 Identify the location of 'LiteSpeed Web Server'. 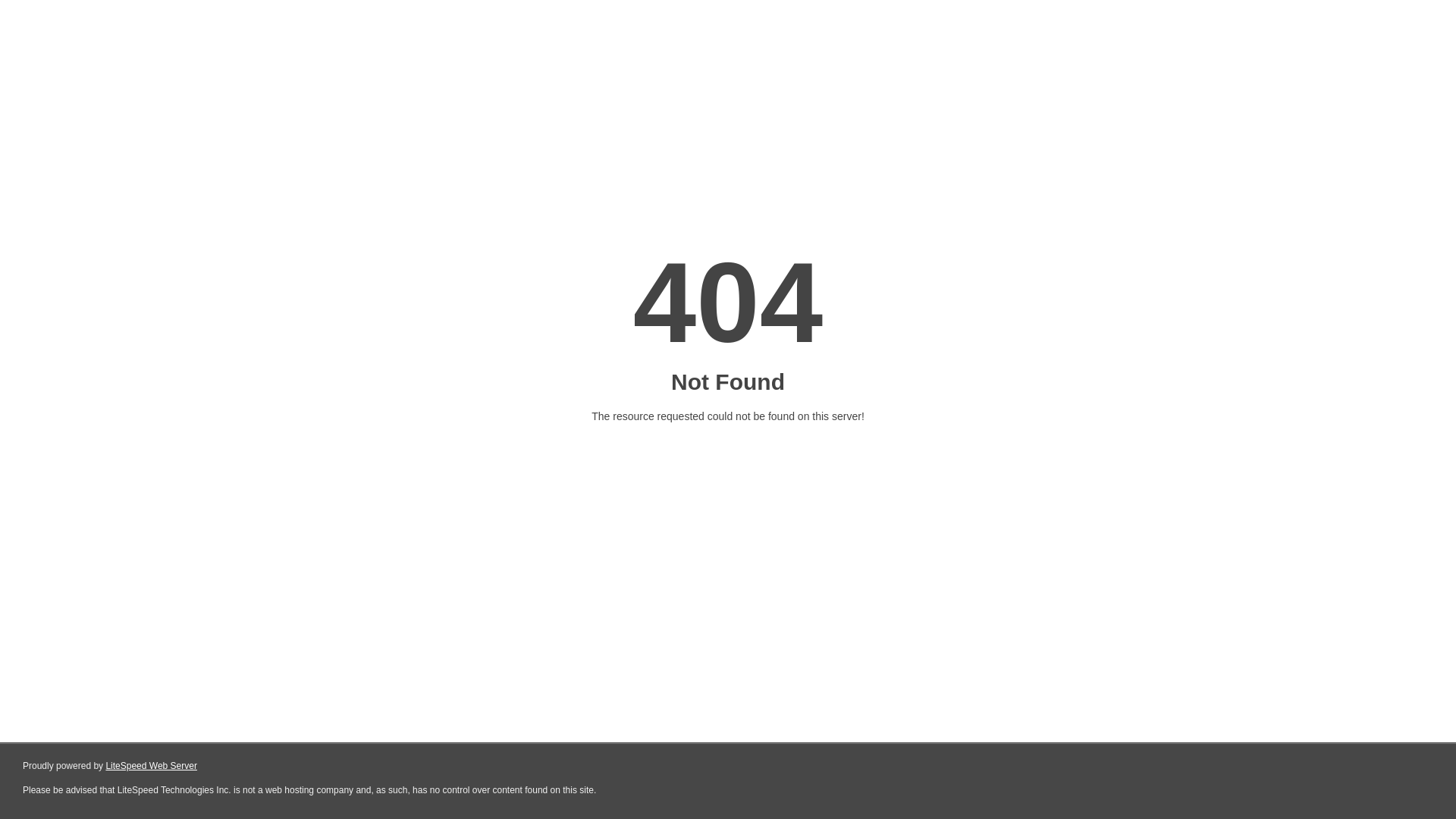
(151, 766).